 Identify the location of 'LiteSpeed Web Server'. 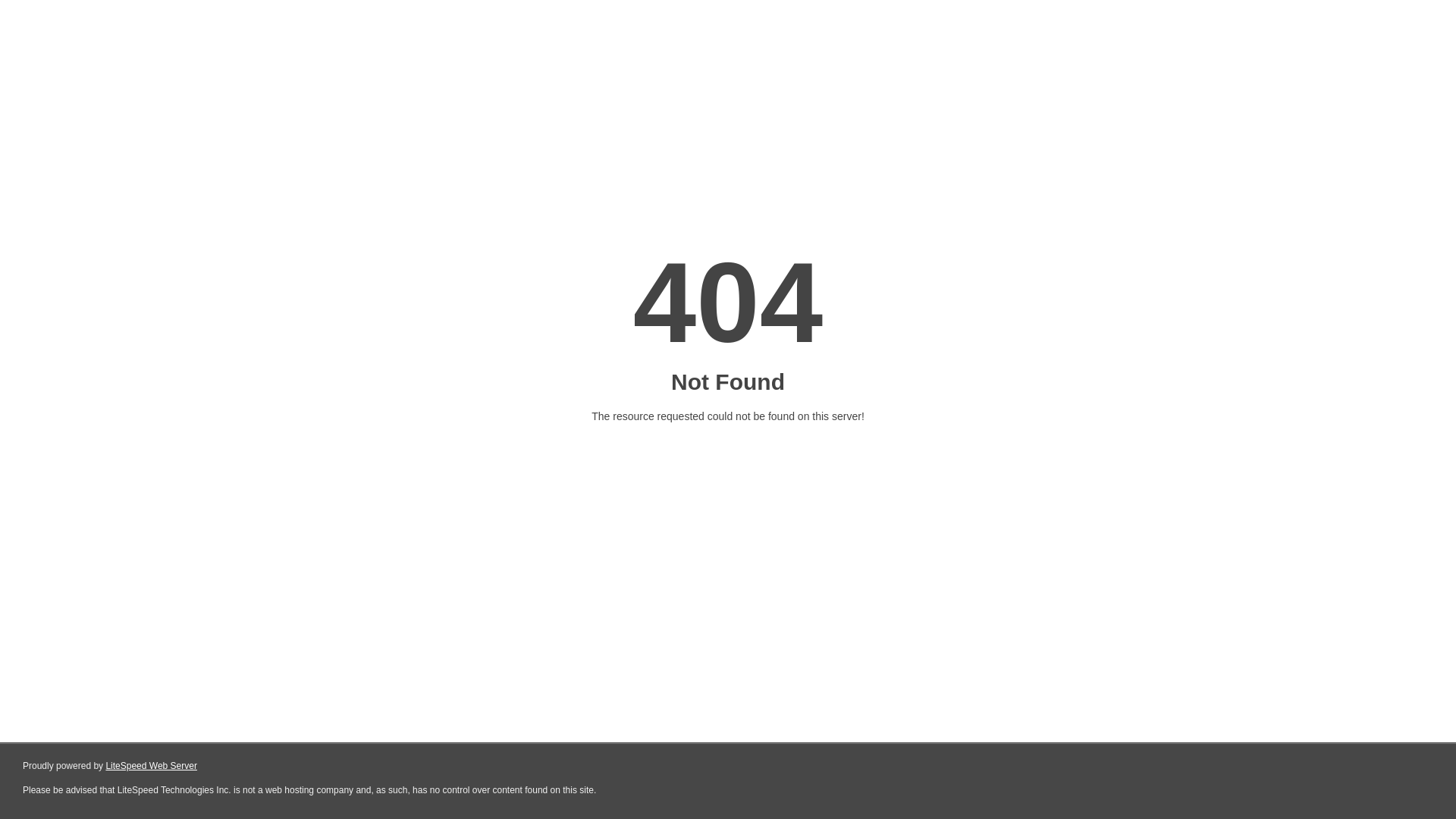
(151, 766).